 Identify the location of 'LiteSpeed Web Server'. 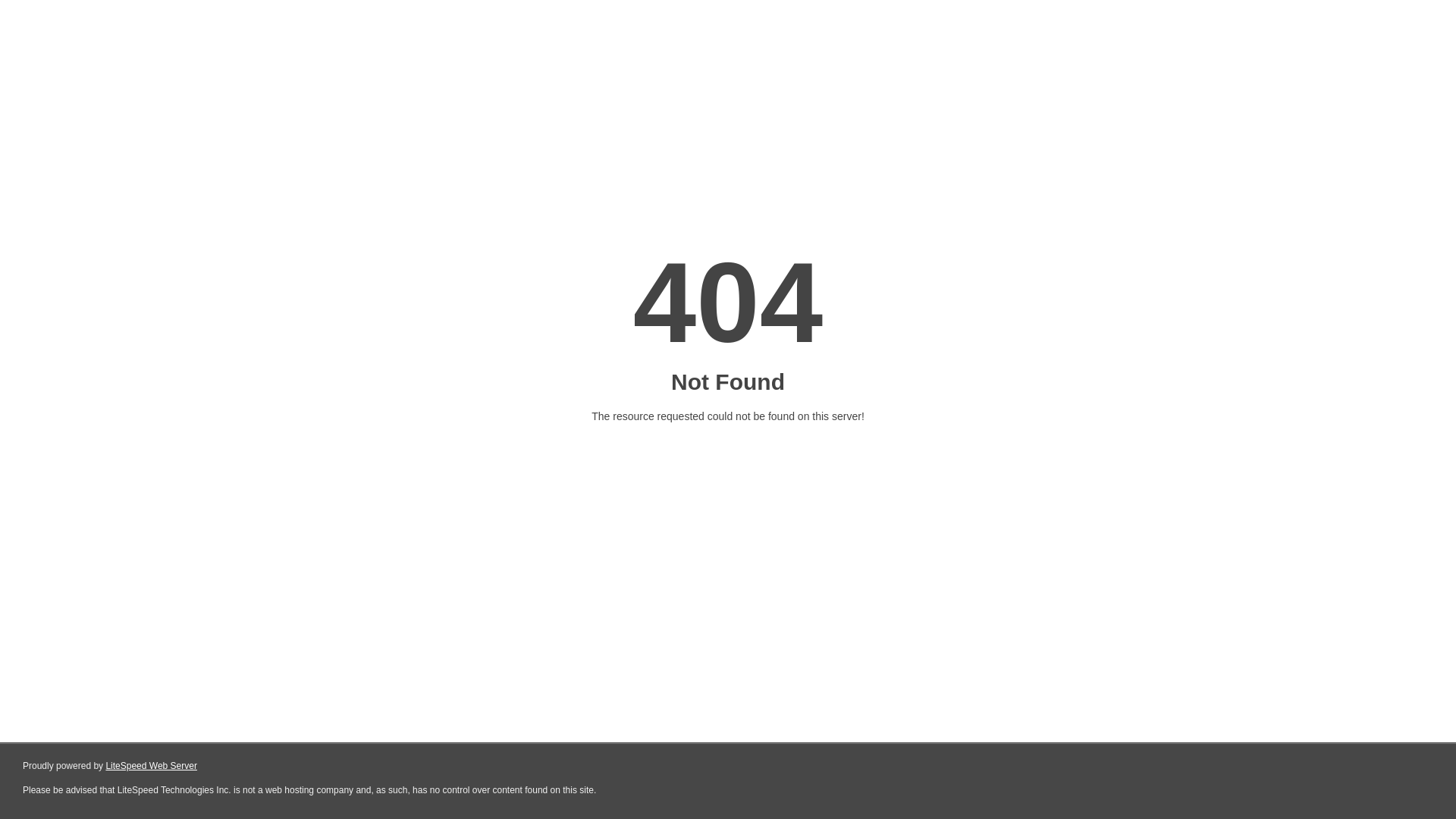
(151, 766).